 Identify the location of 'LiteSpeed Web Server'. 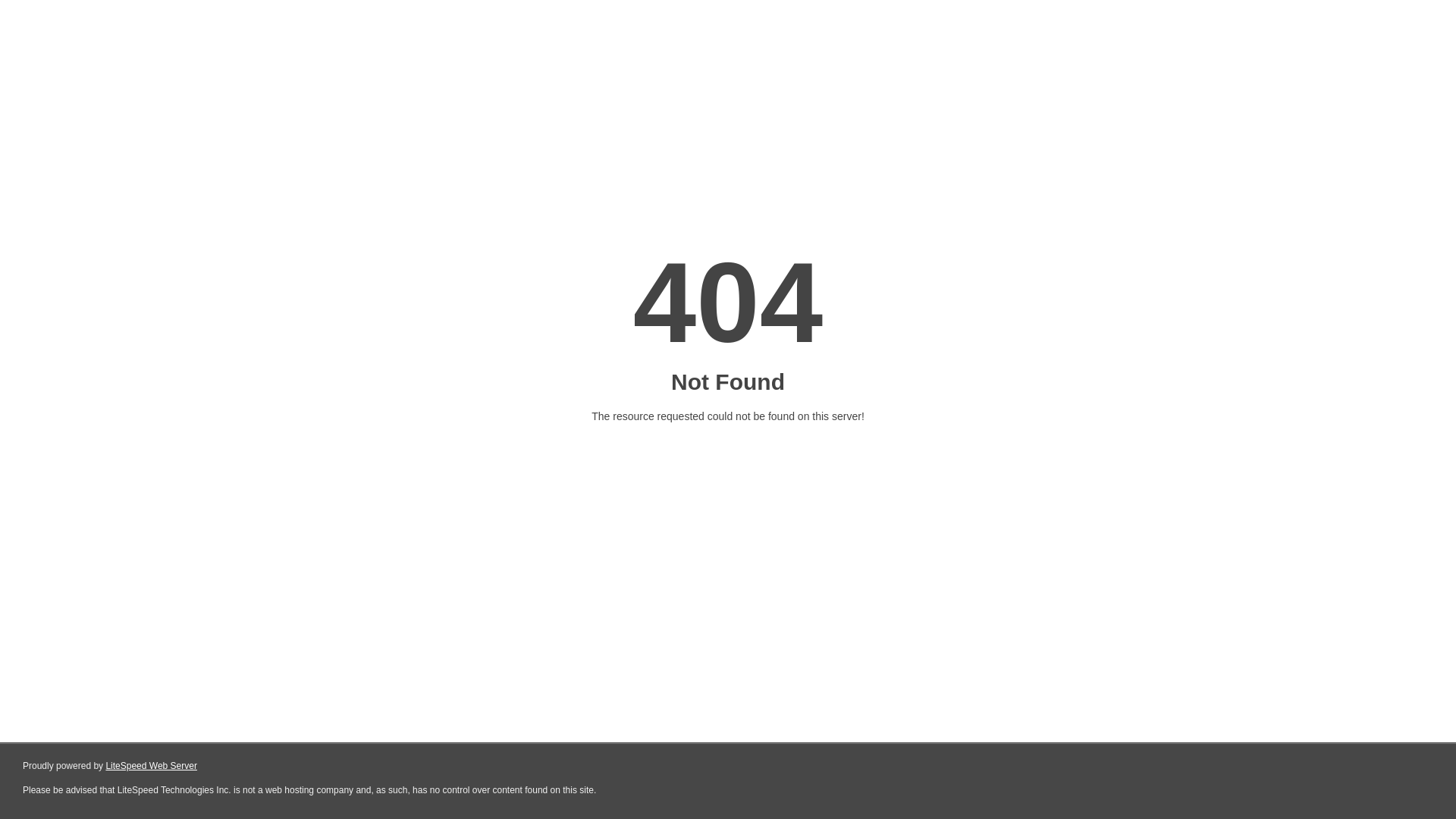
(151, 766).